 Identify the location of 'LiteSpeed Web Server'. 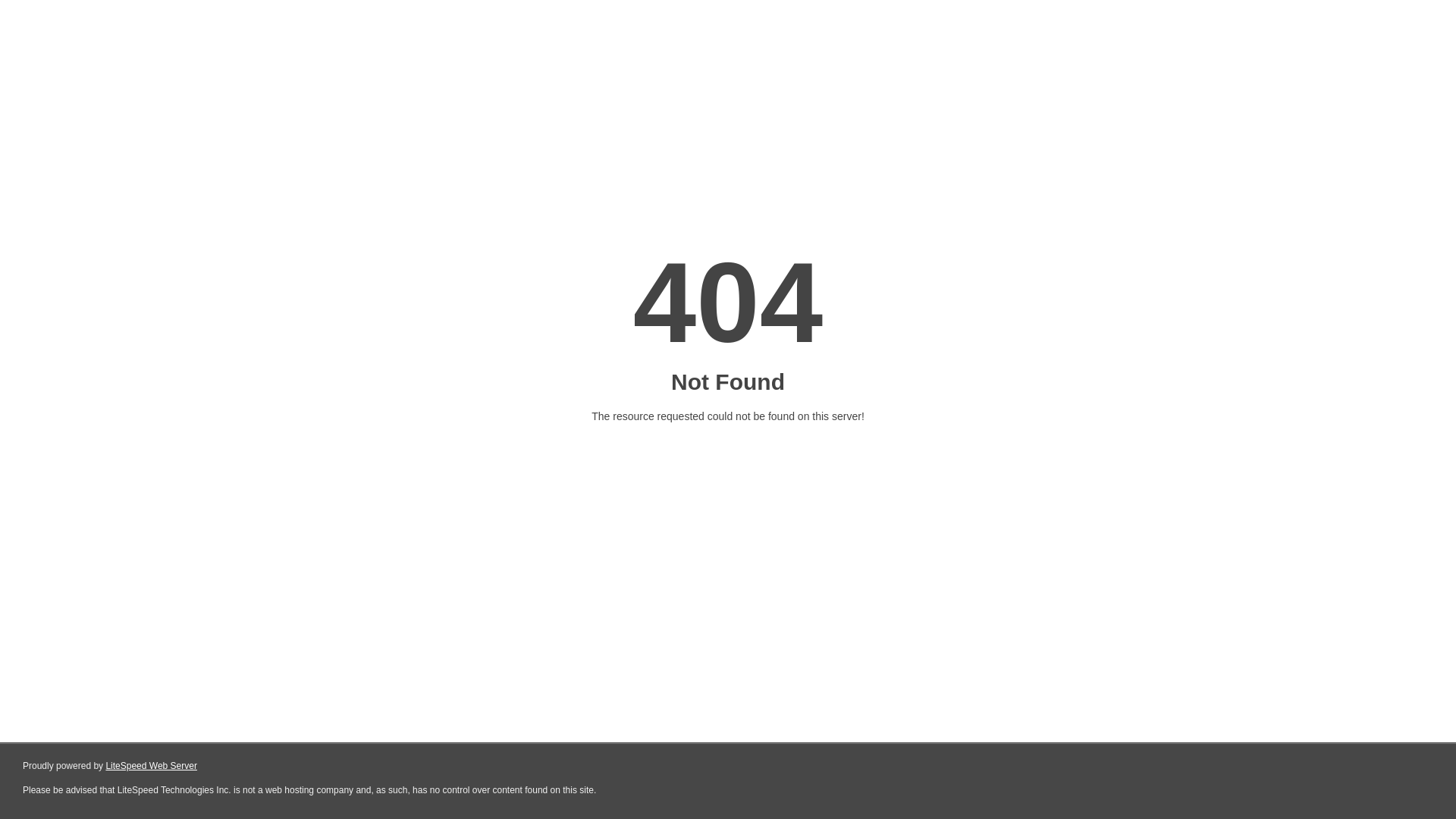
(151, 766).